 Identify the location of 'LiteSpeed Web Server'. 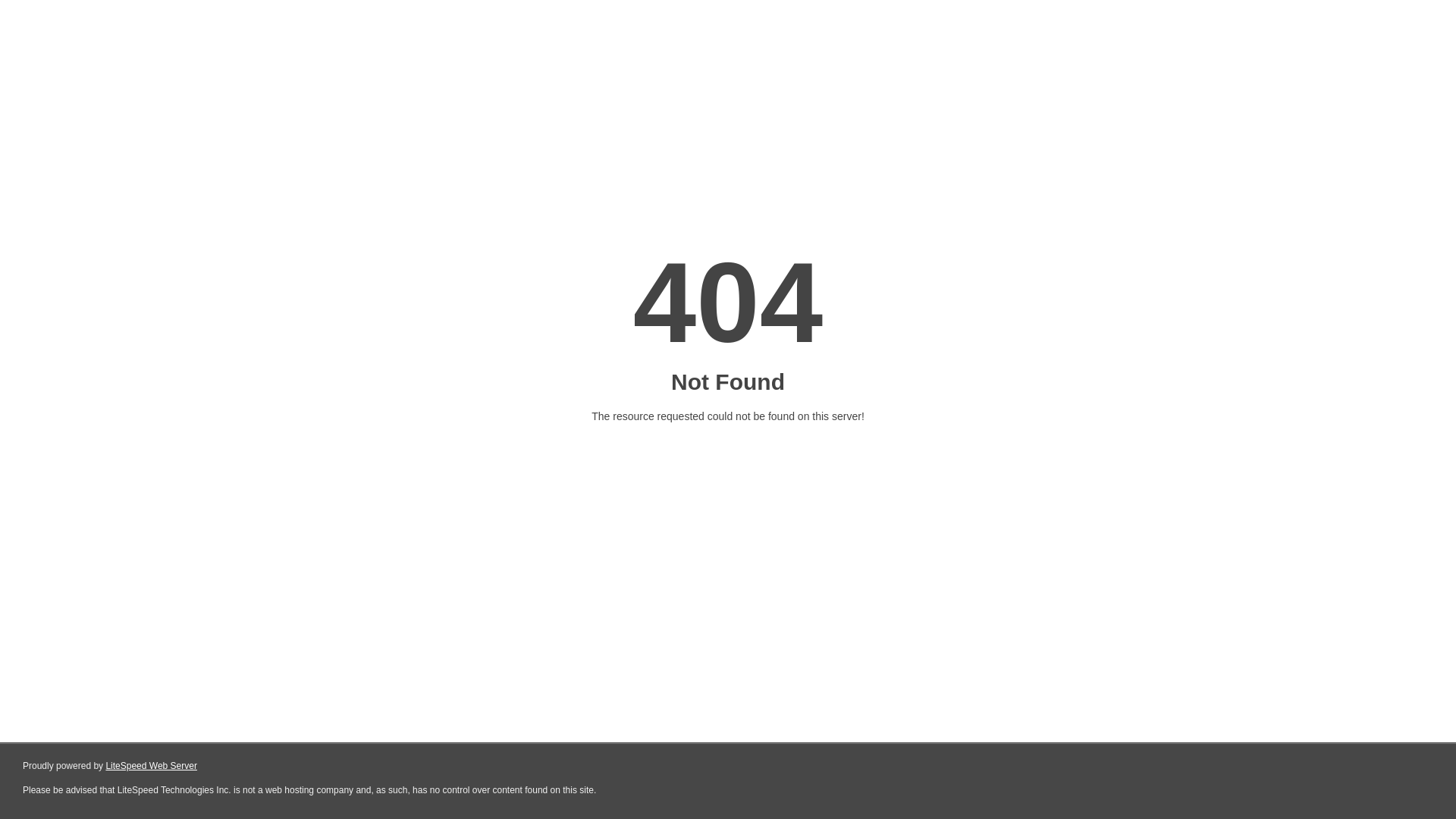
(151, 766).